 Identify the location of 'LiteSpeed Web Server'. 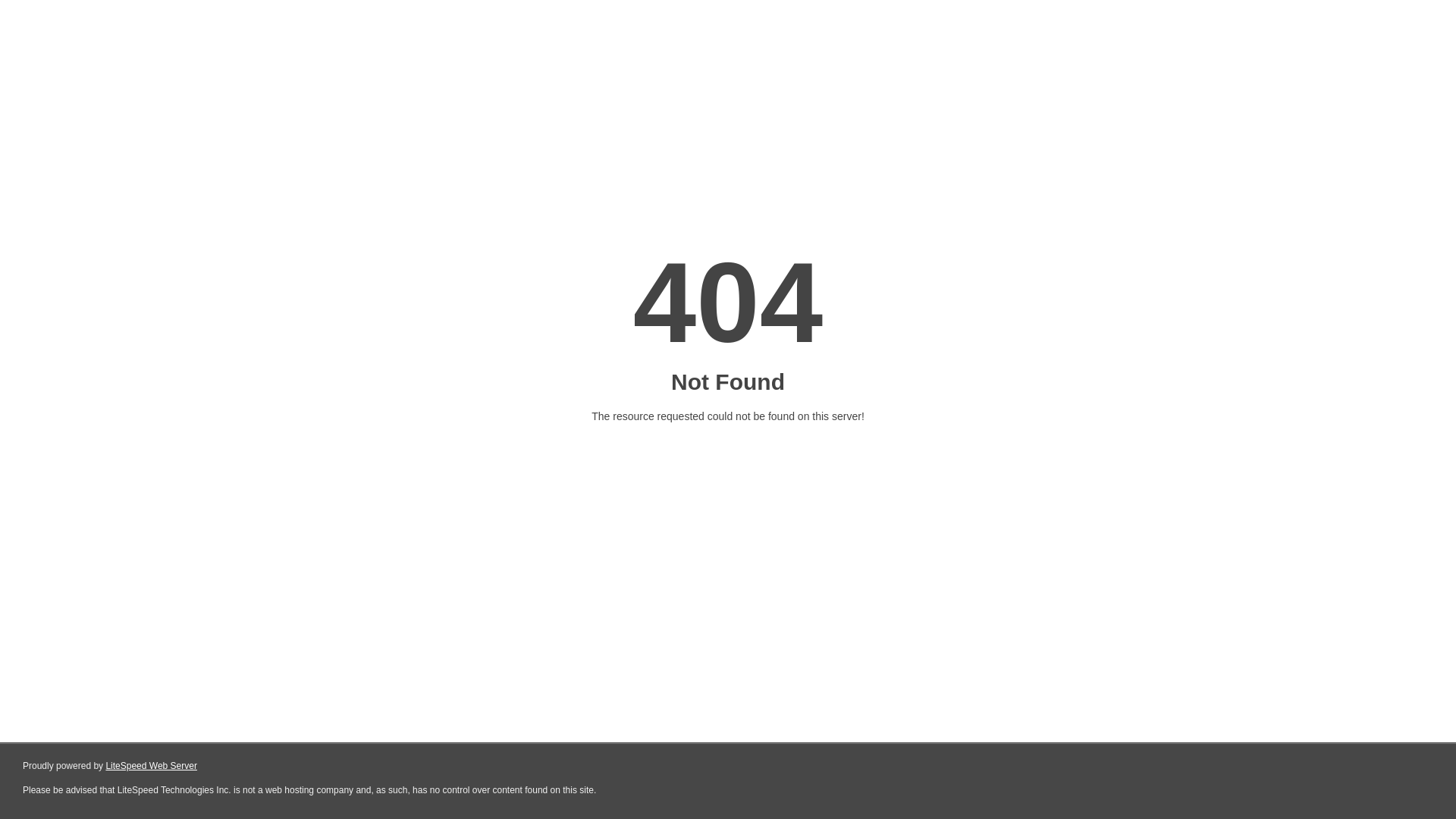
(151, 766).